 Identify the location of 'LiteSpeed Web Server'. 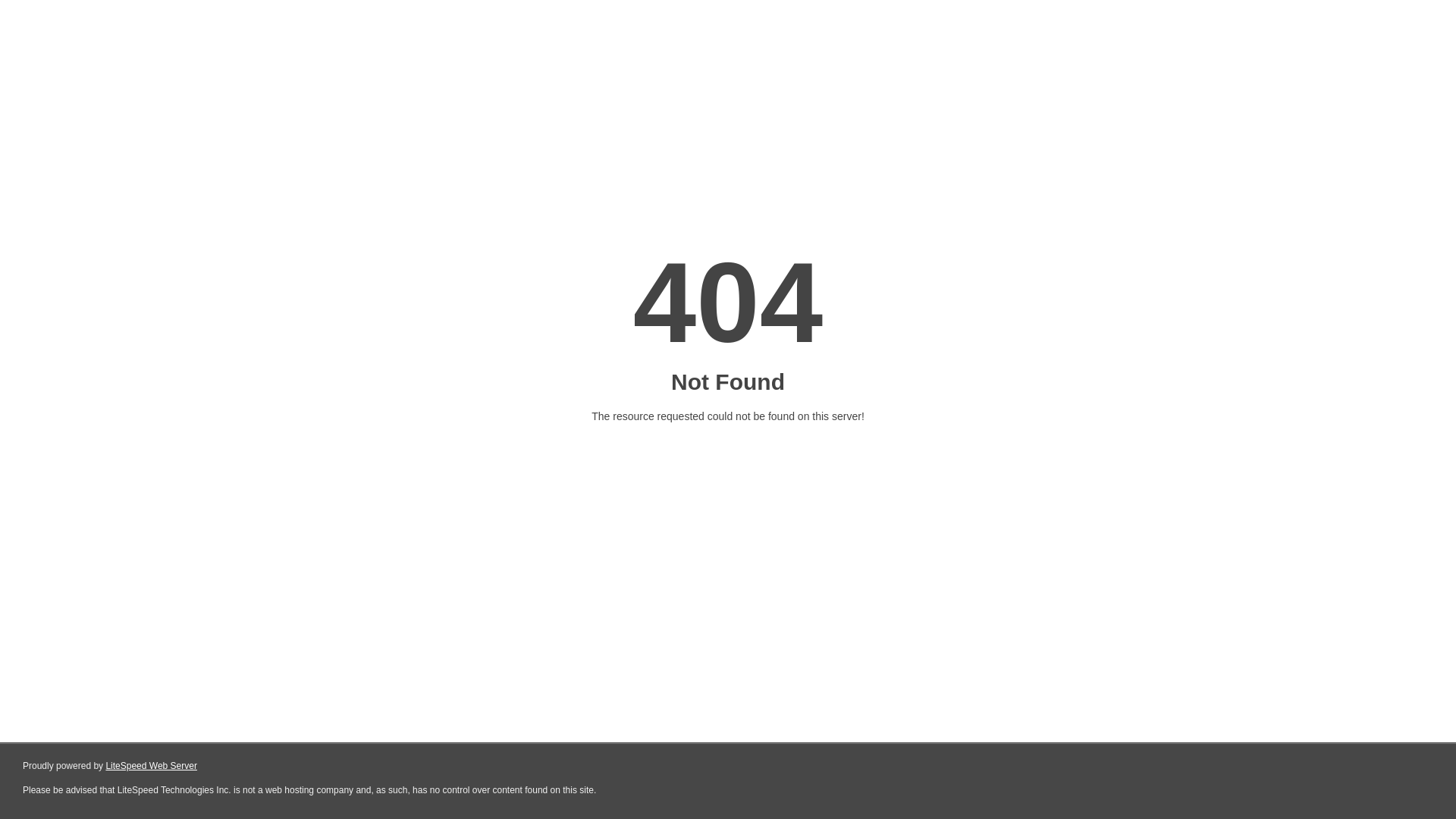
(151, 766).